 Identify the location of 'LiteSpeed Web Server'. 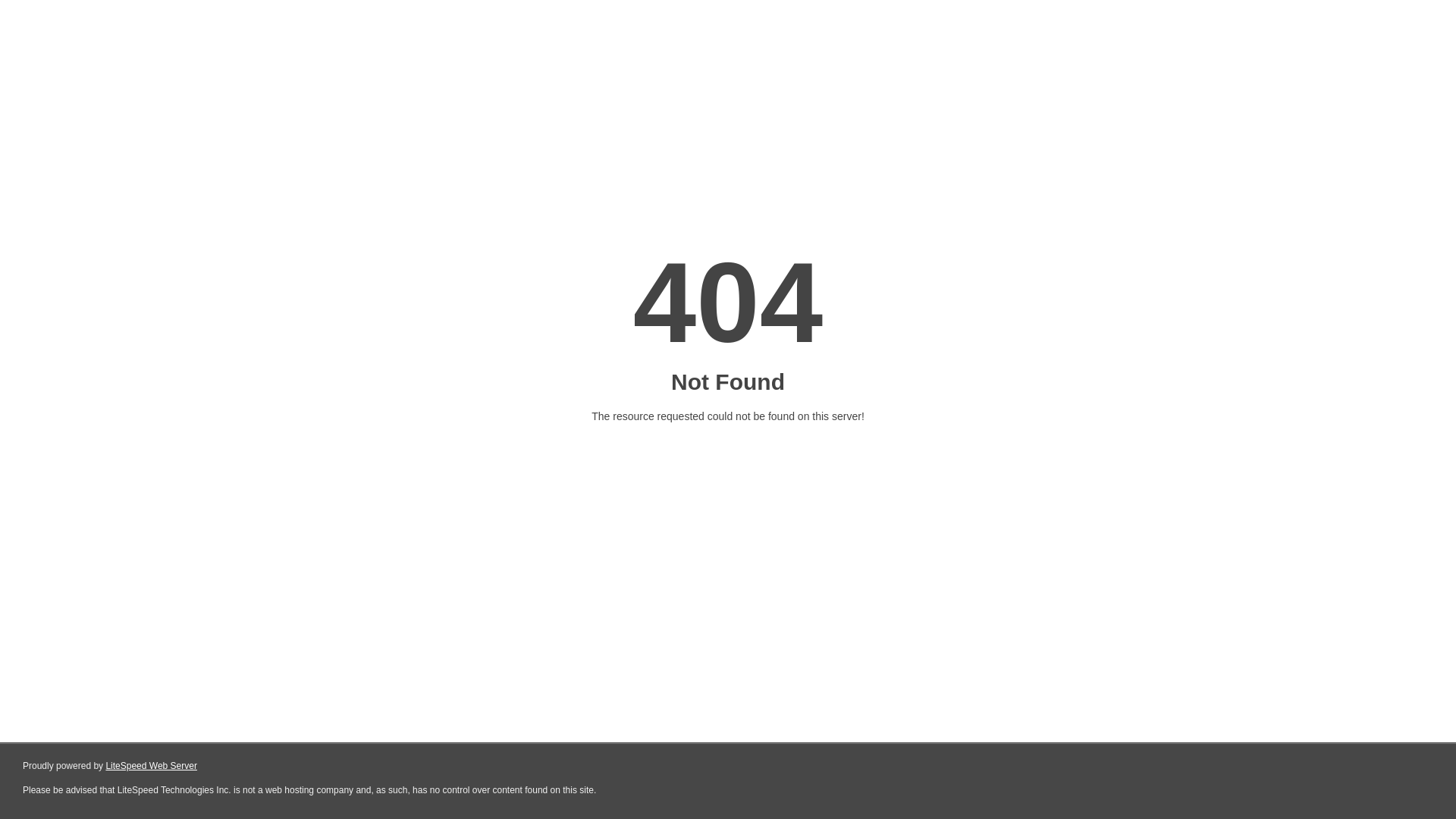
(151, 766).